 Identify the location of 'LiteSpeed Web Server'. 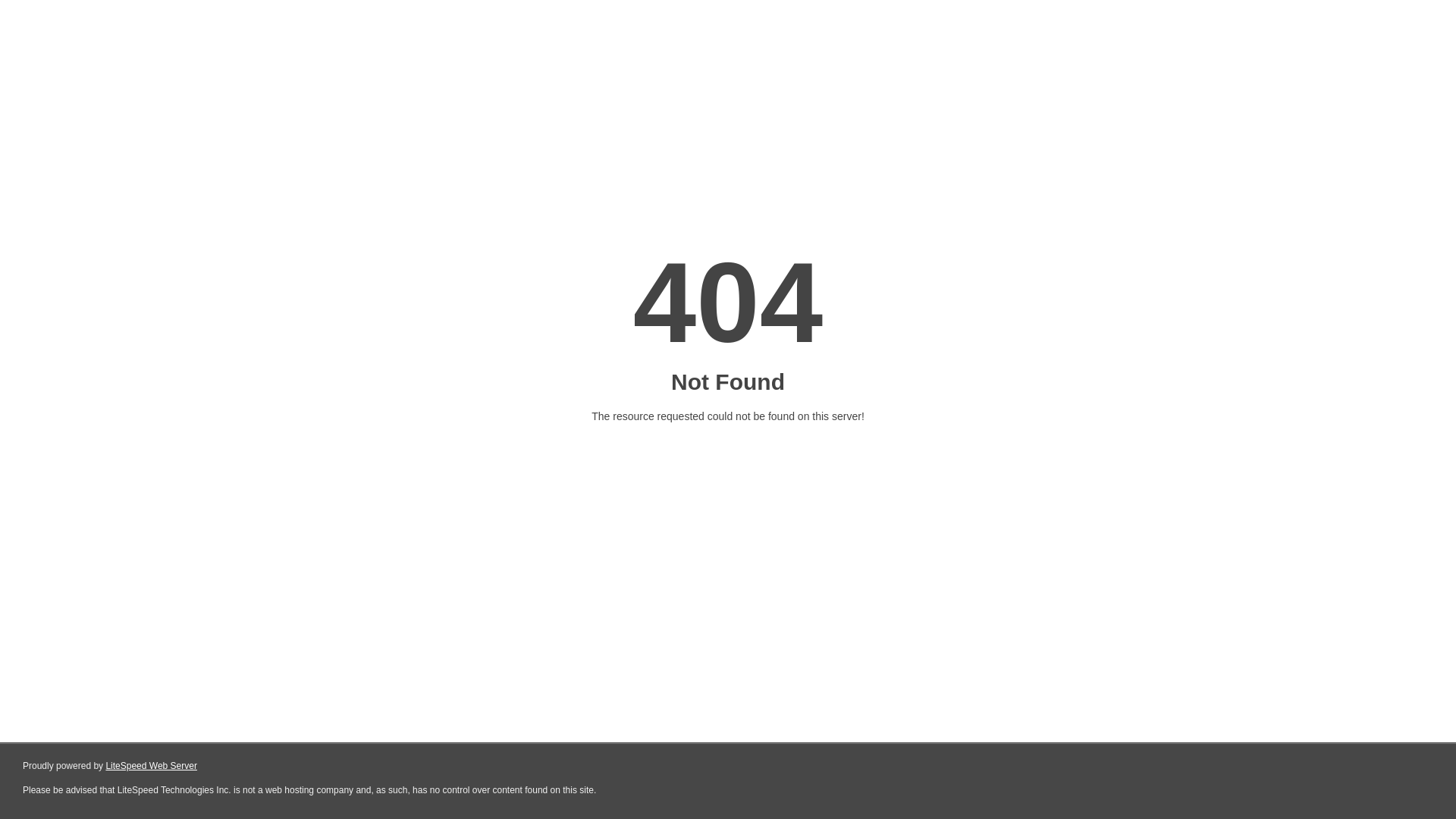
(151, 766).